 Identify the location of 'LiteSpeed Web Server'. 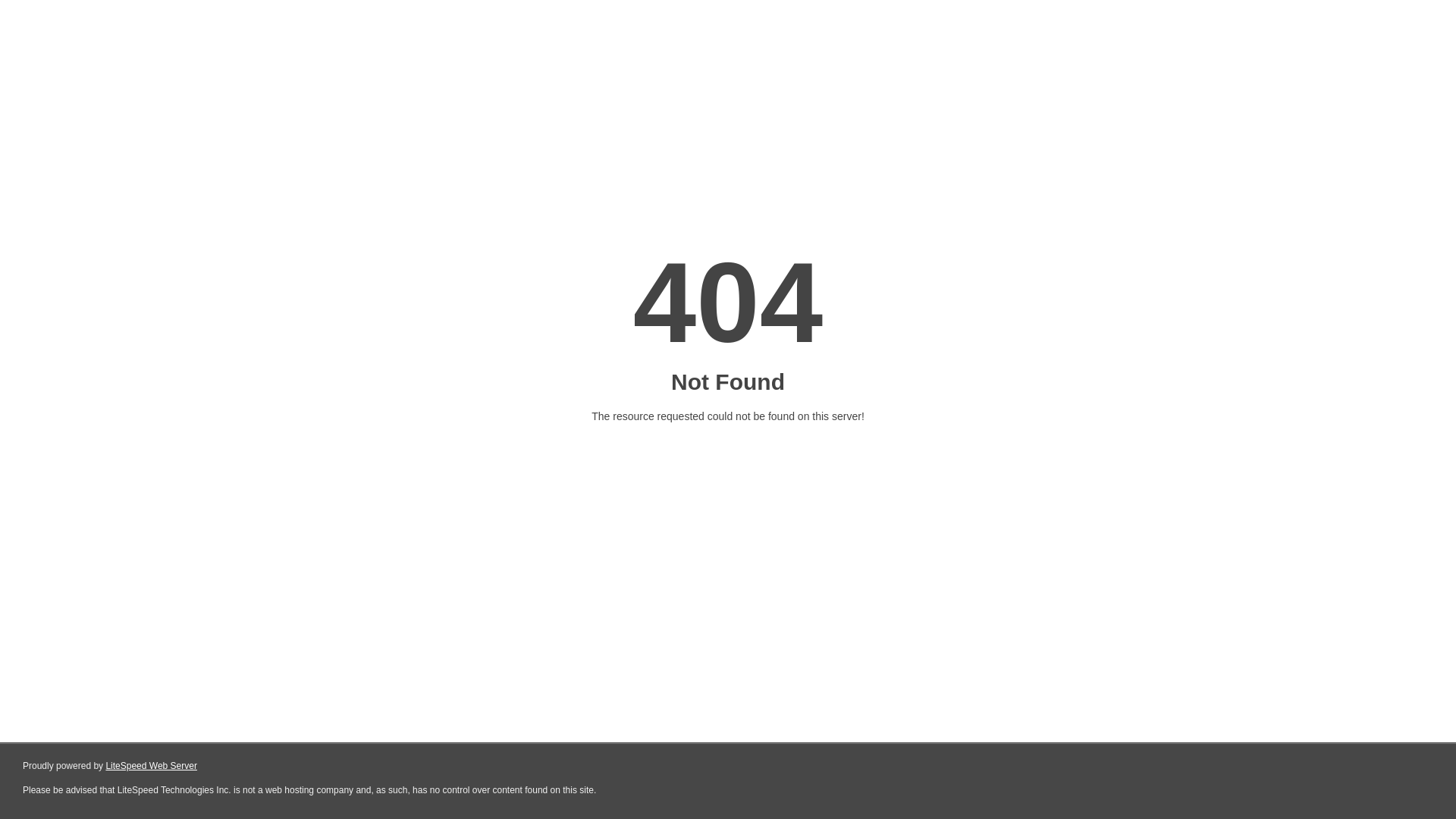
(151, 766).